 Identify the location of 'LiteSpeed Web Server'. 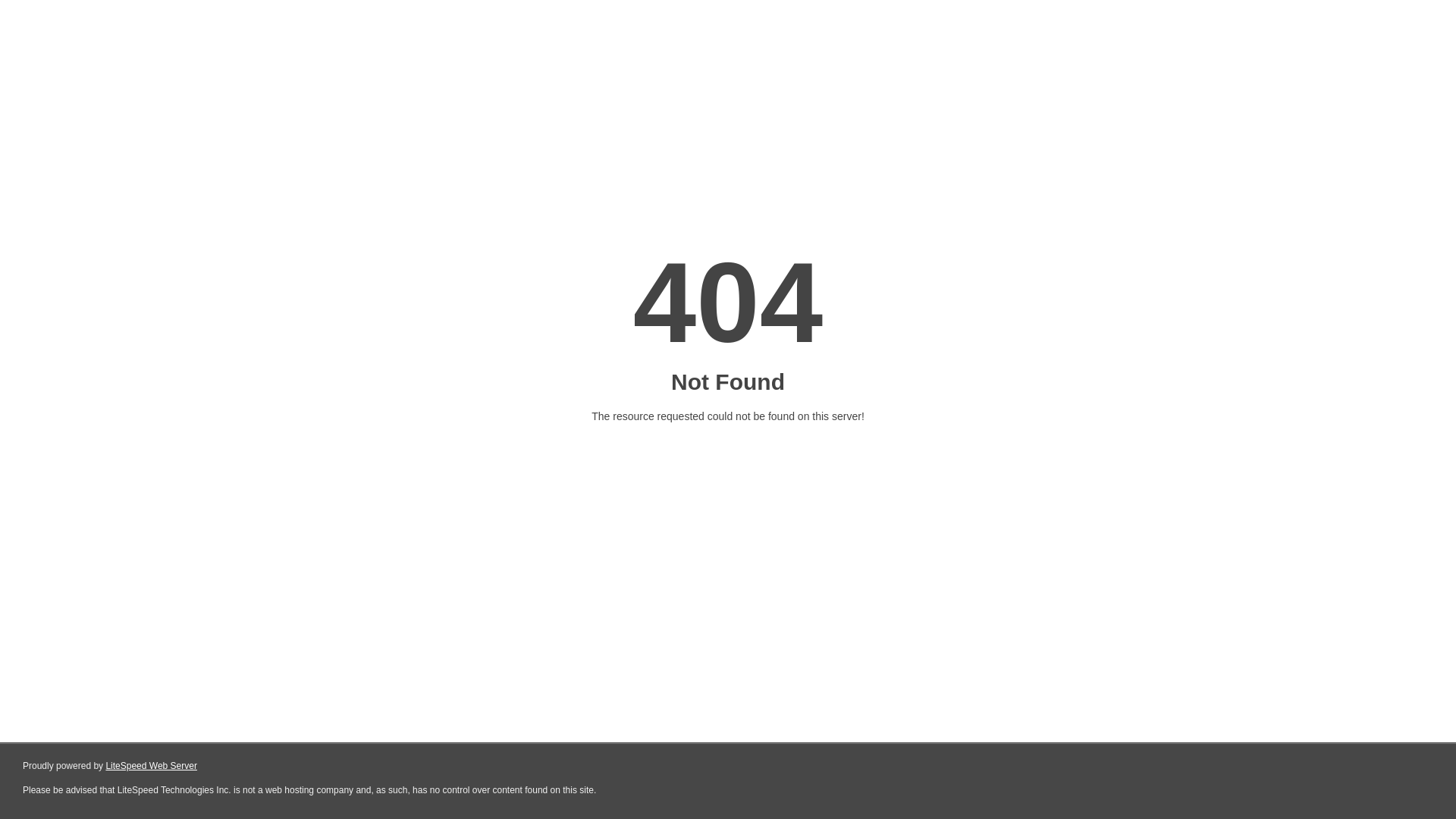
(151, 766).